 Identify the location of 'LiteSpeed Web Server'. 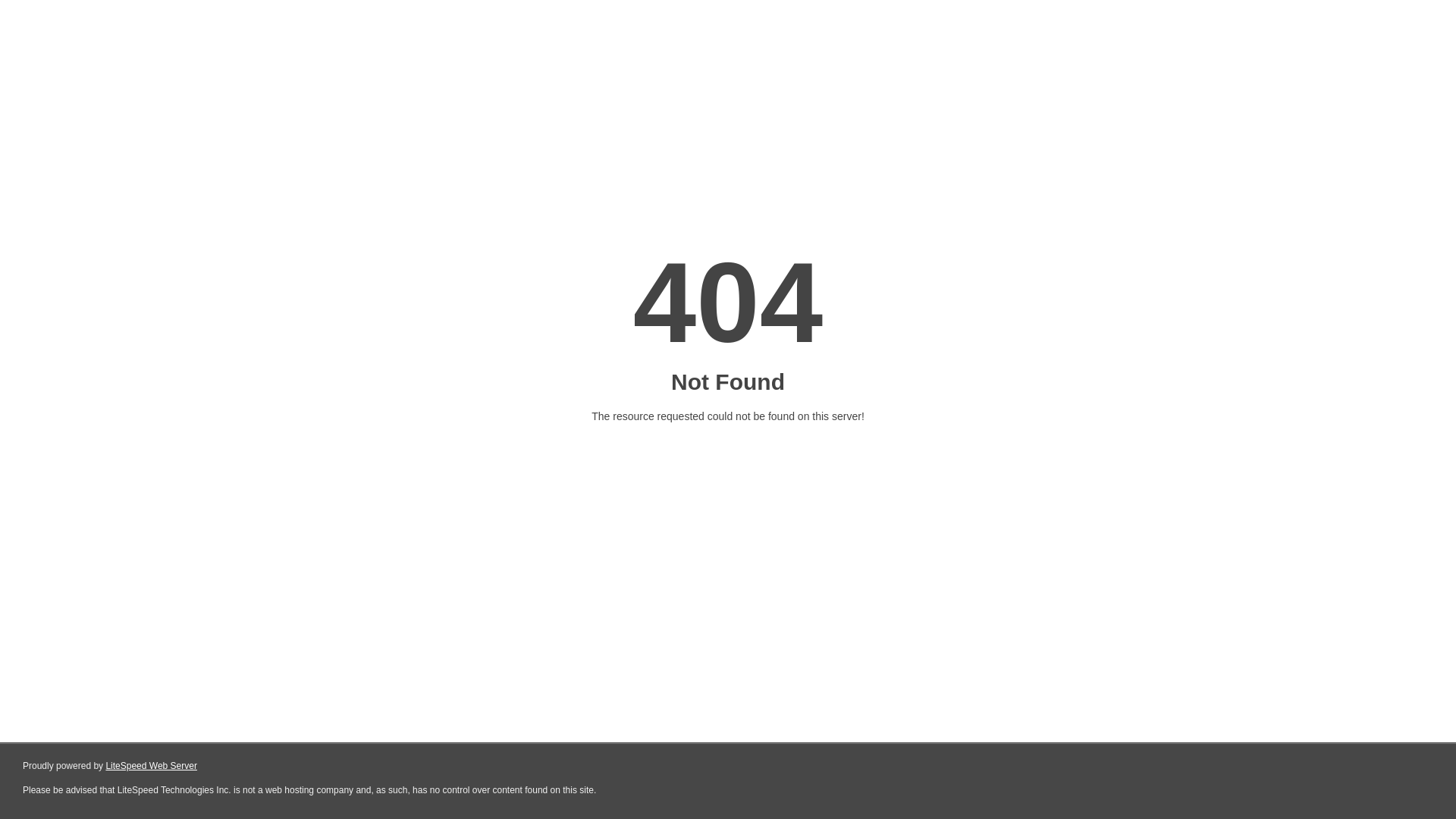
(151, 766).